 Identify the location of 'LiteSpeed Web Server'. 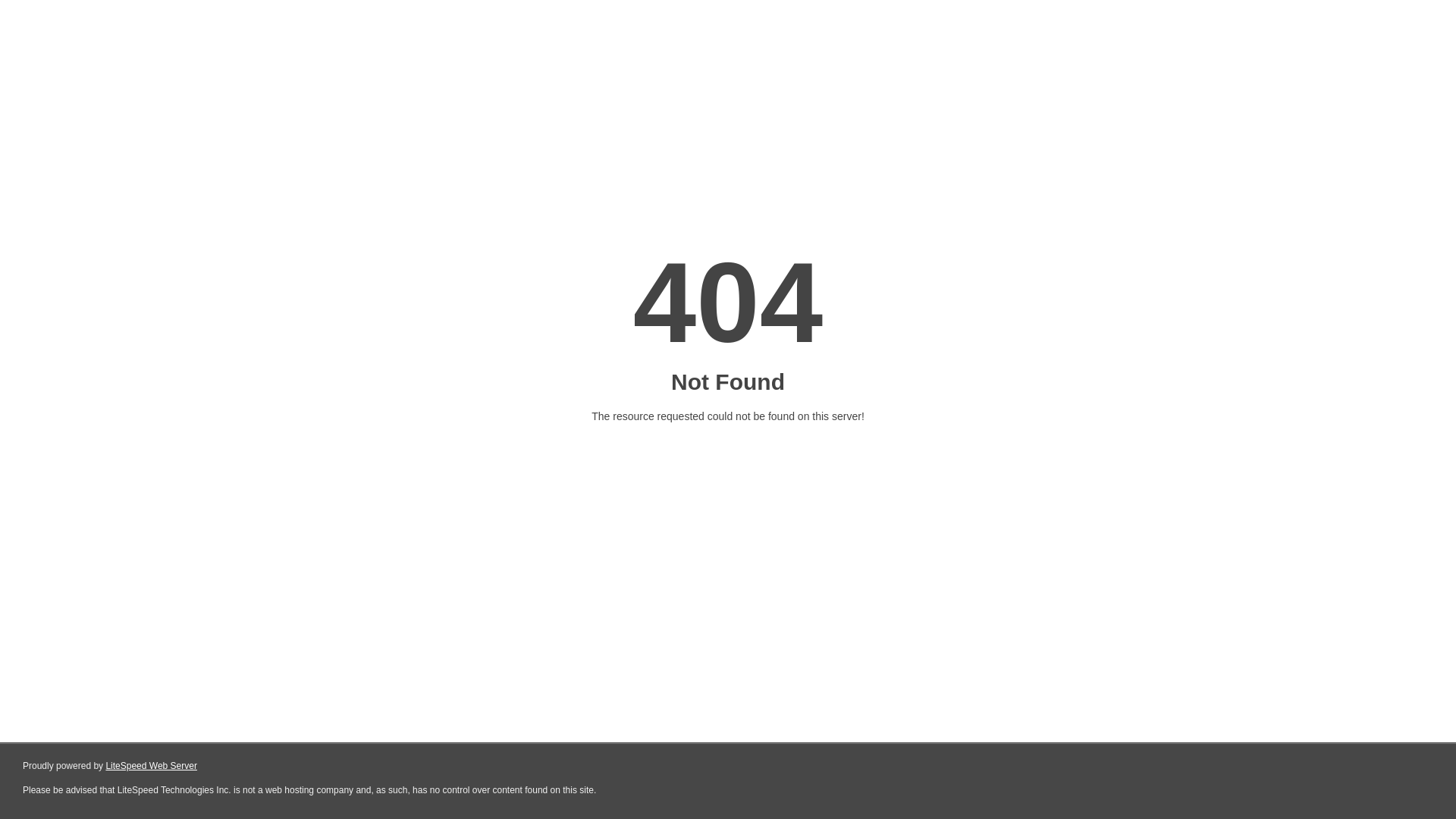
(151, 766).